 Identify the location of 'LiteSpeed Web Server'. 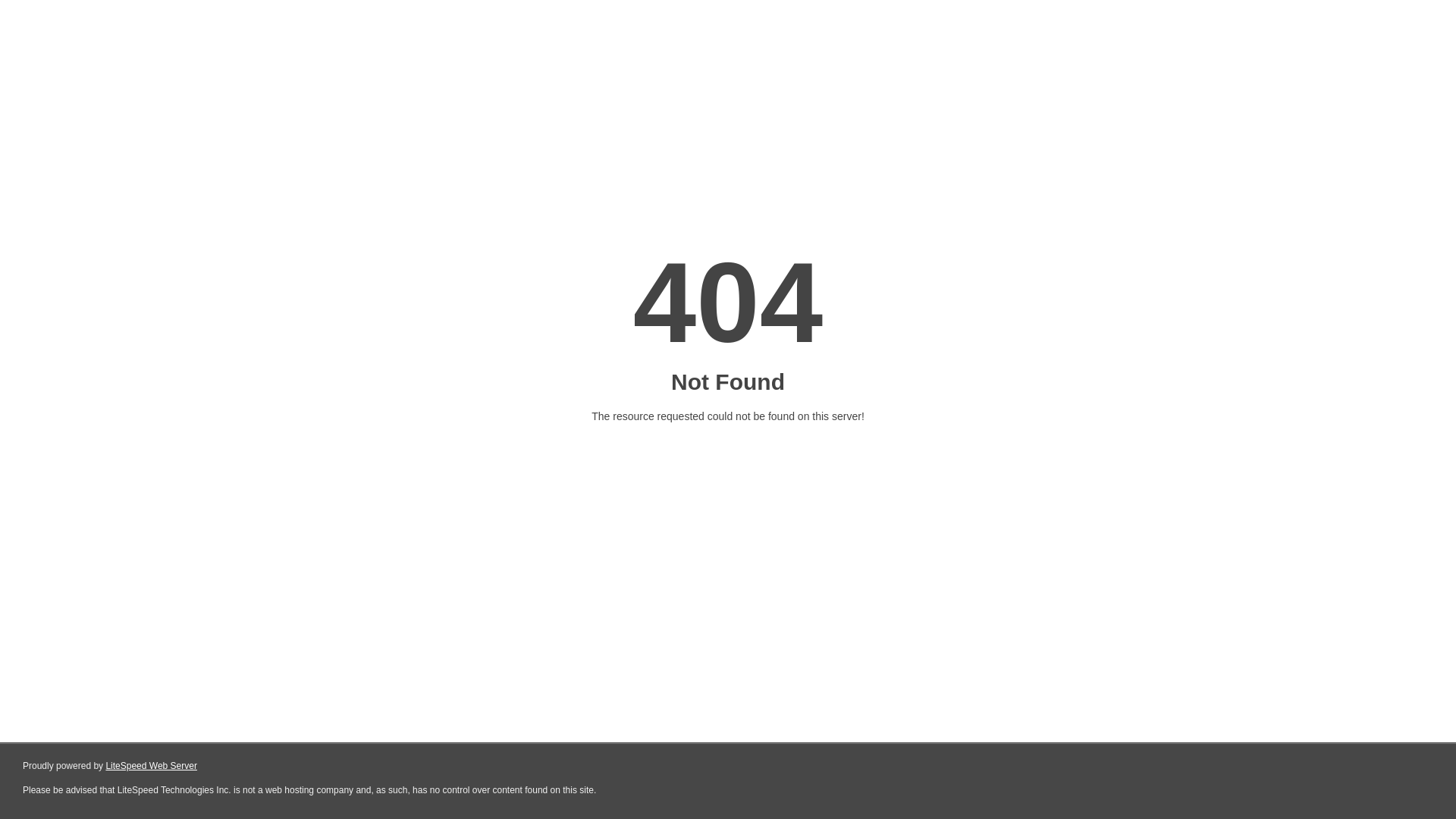
(151, 766).